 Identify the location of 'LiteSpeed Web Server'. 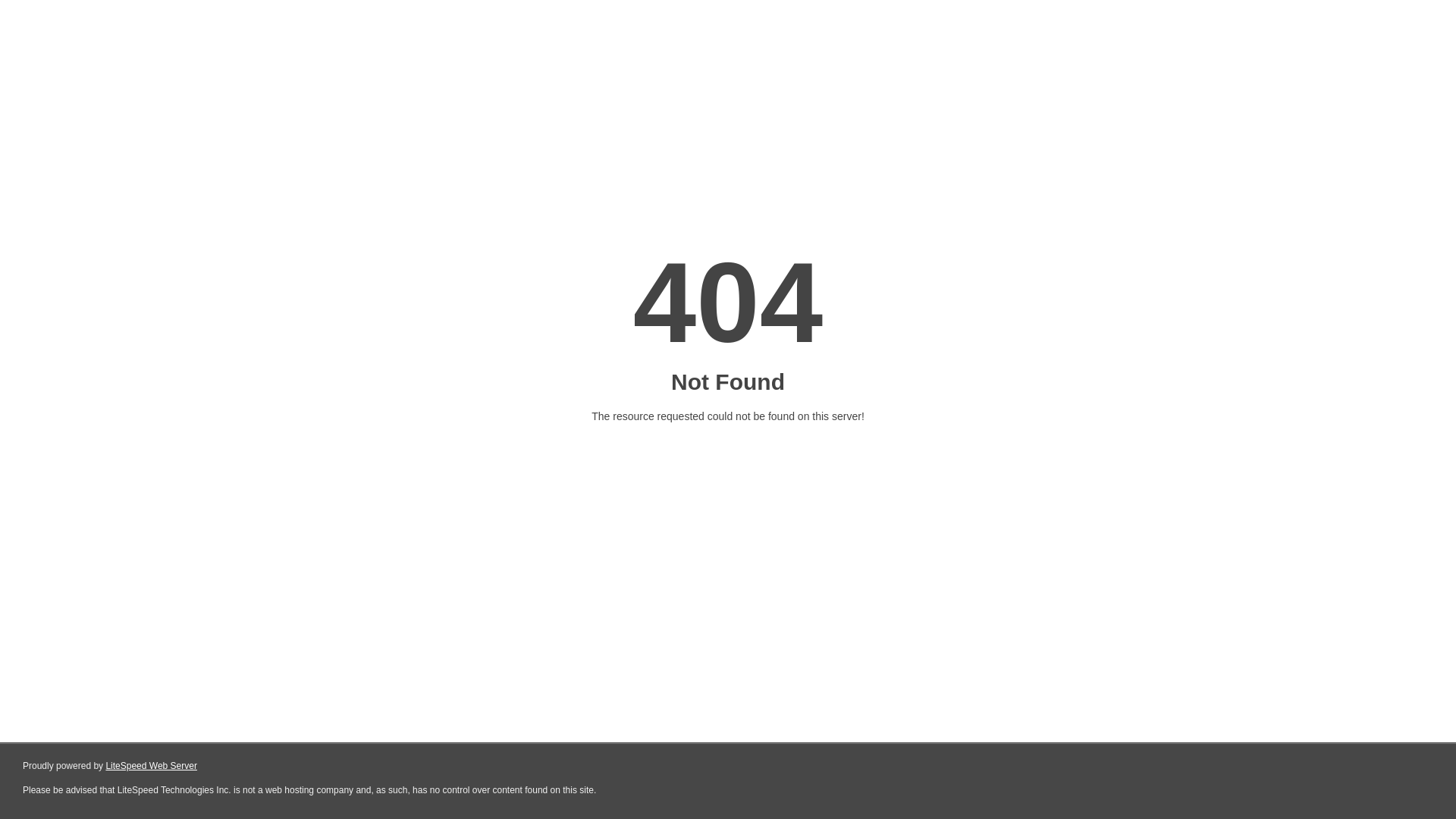
(151, 766).